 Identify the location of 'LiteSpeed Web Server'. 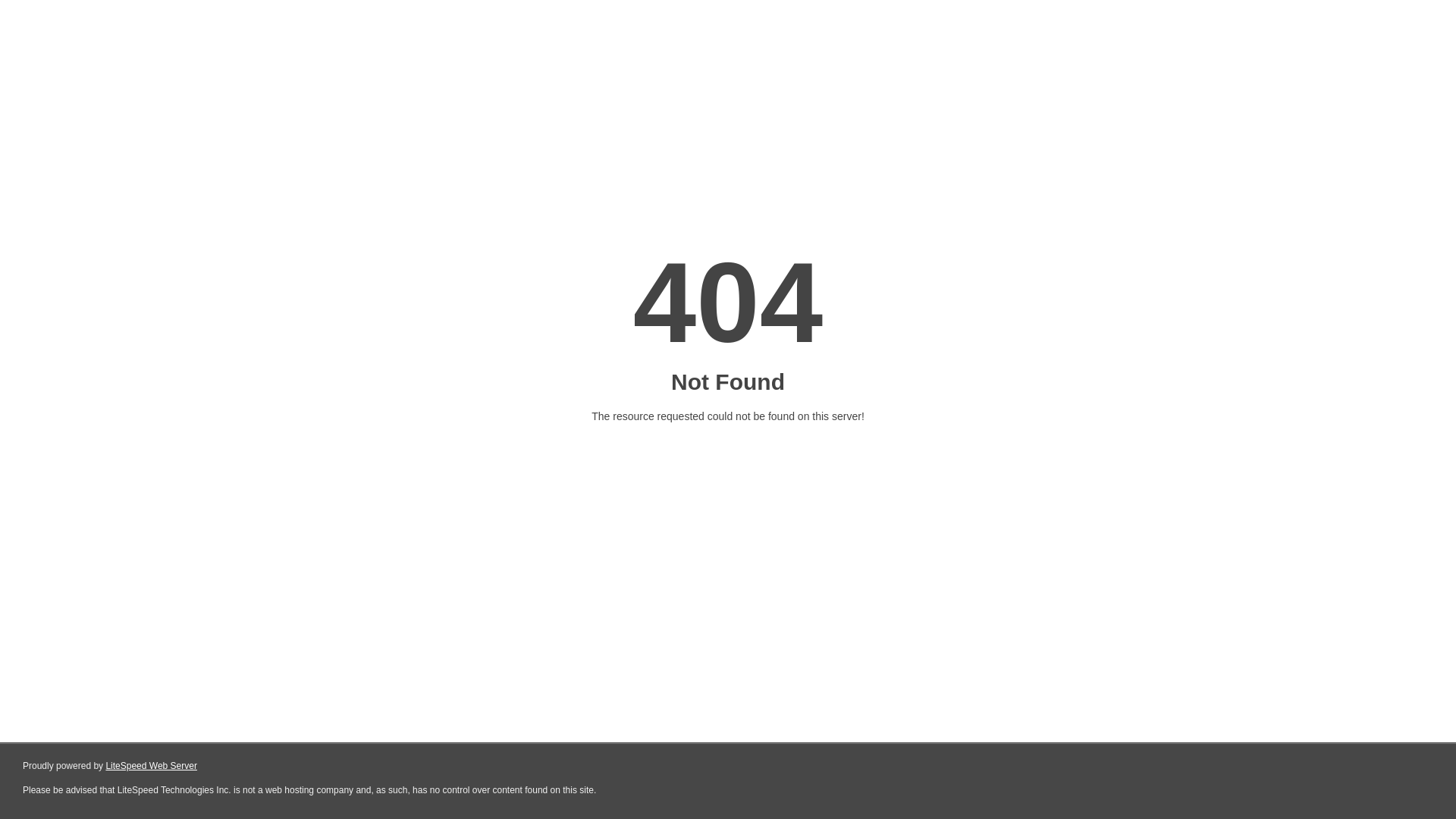
(151, 766).